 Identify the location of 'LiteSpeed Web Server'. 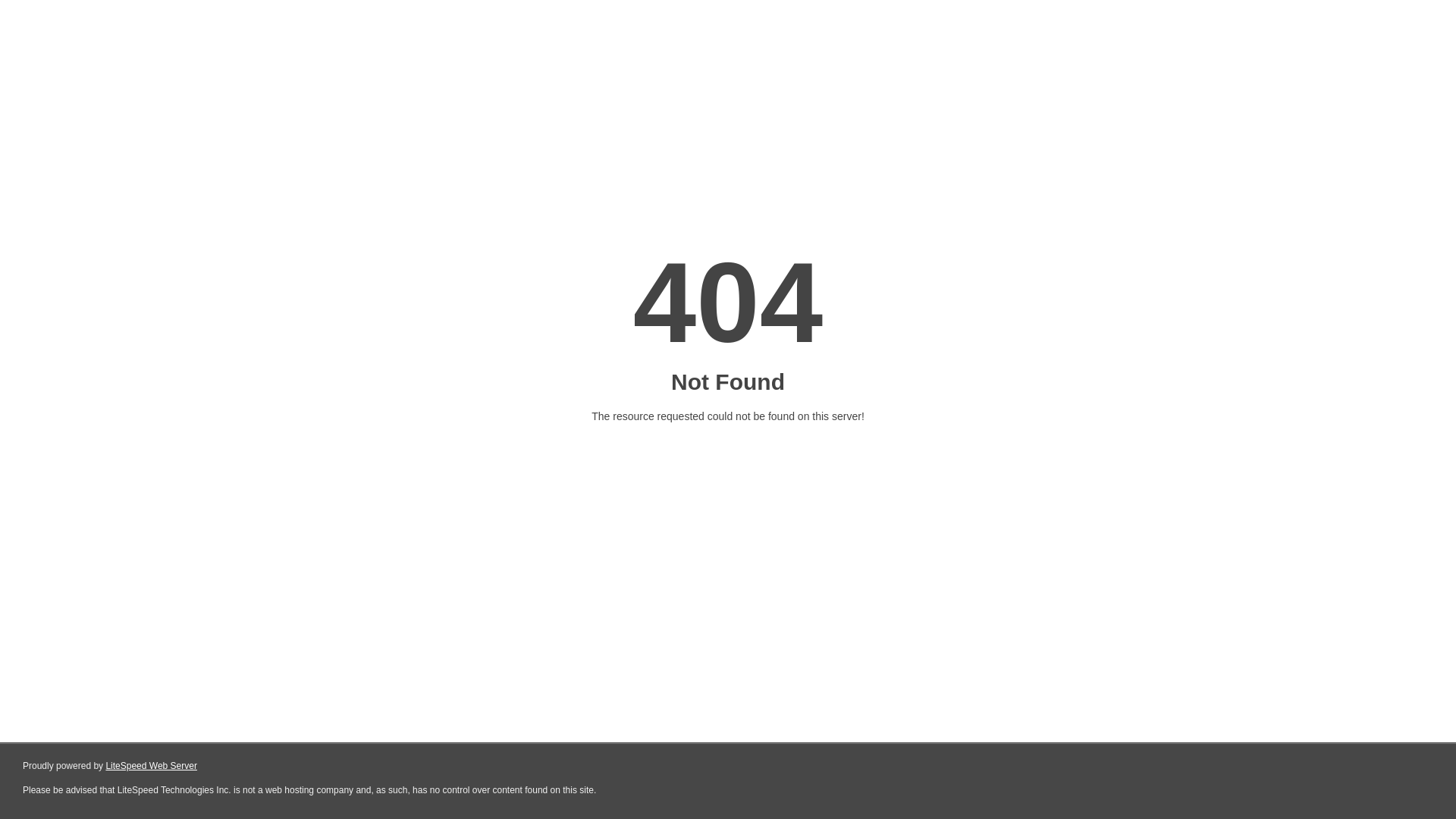
(151, 766).